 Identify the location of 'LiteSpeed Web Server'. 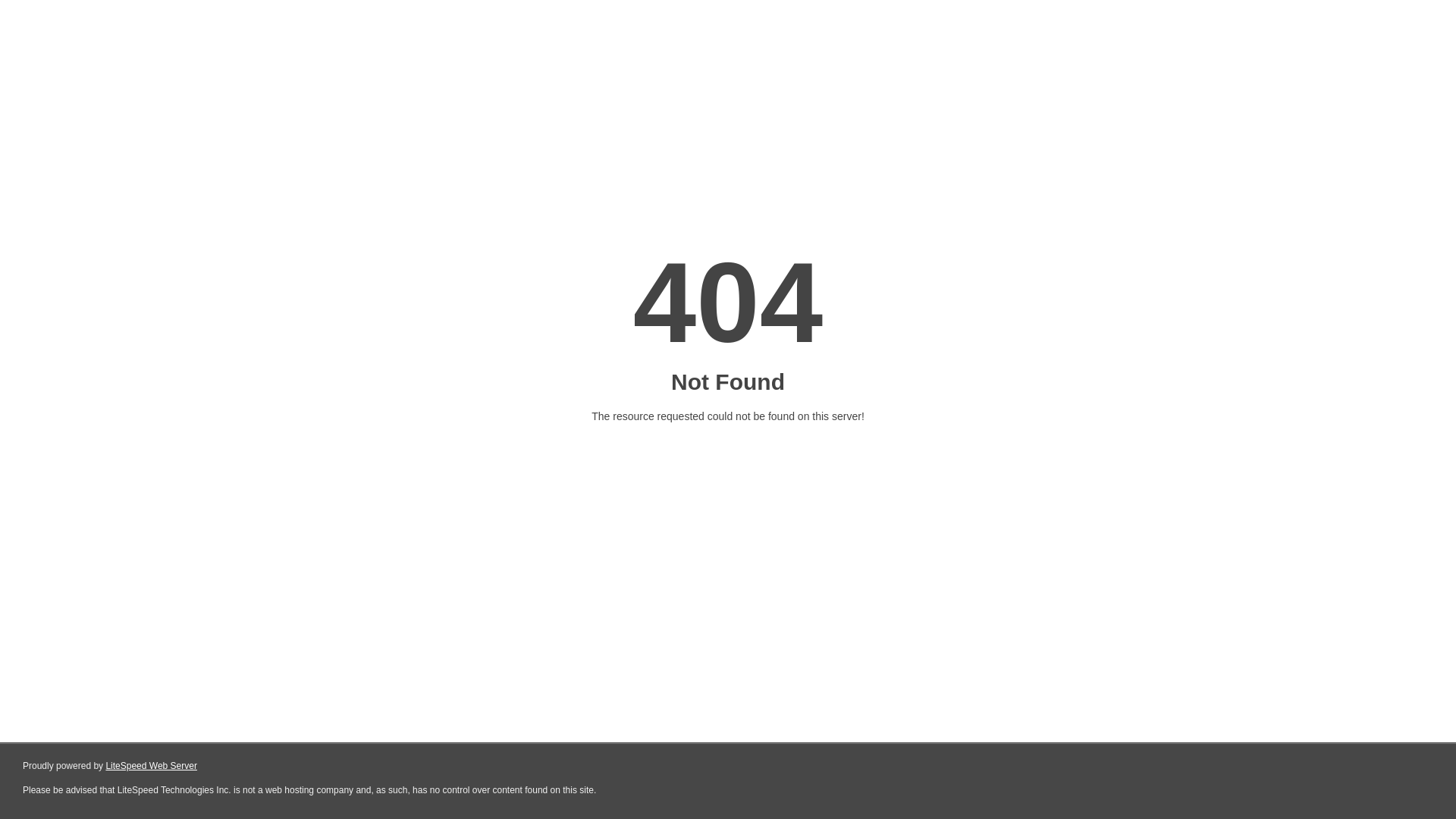
(151, 766).